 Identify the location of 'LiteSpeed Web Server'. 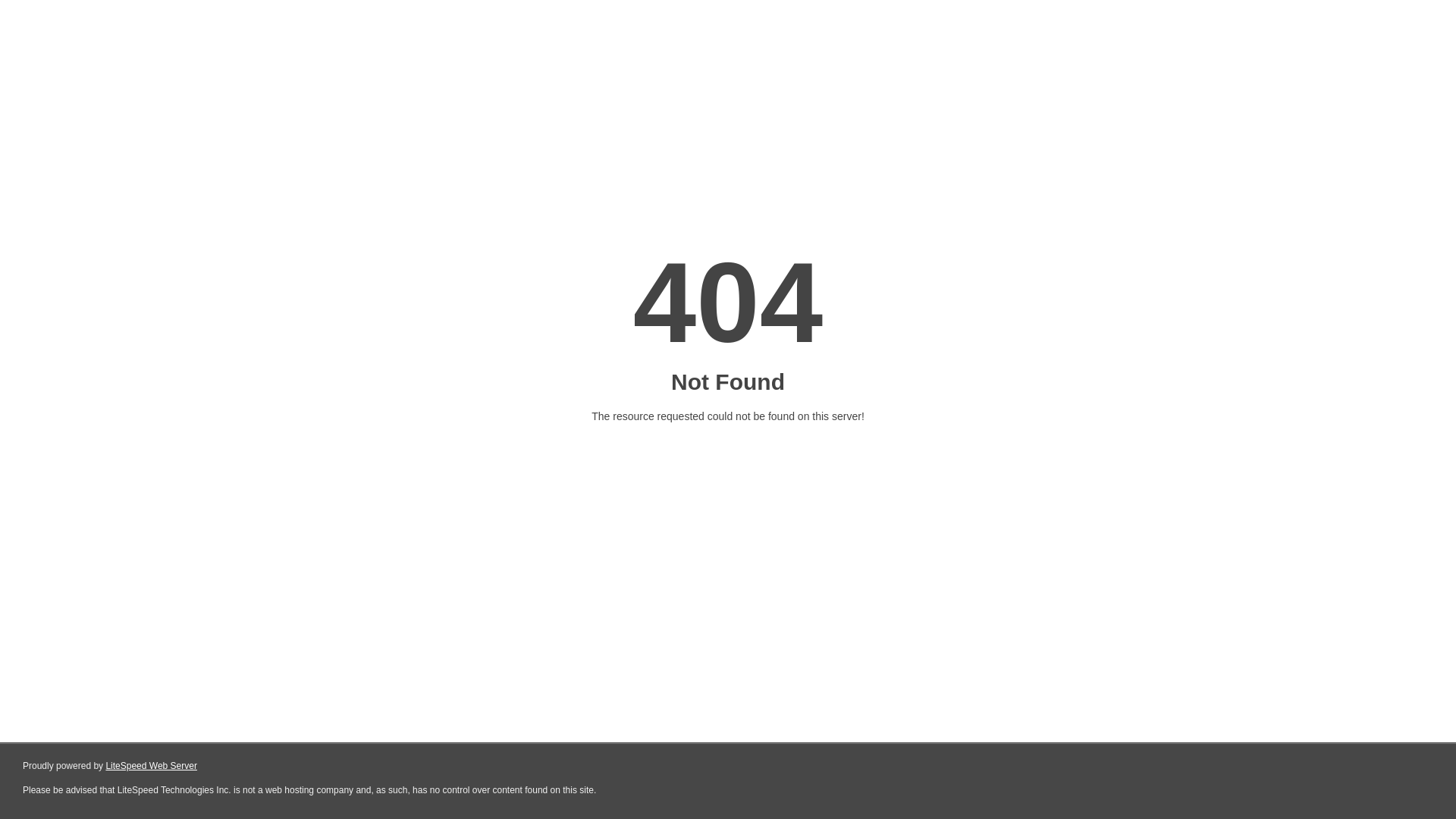
(151, 766).